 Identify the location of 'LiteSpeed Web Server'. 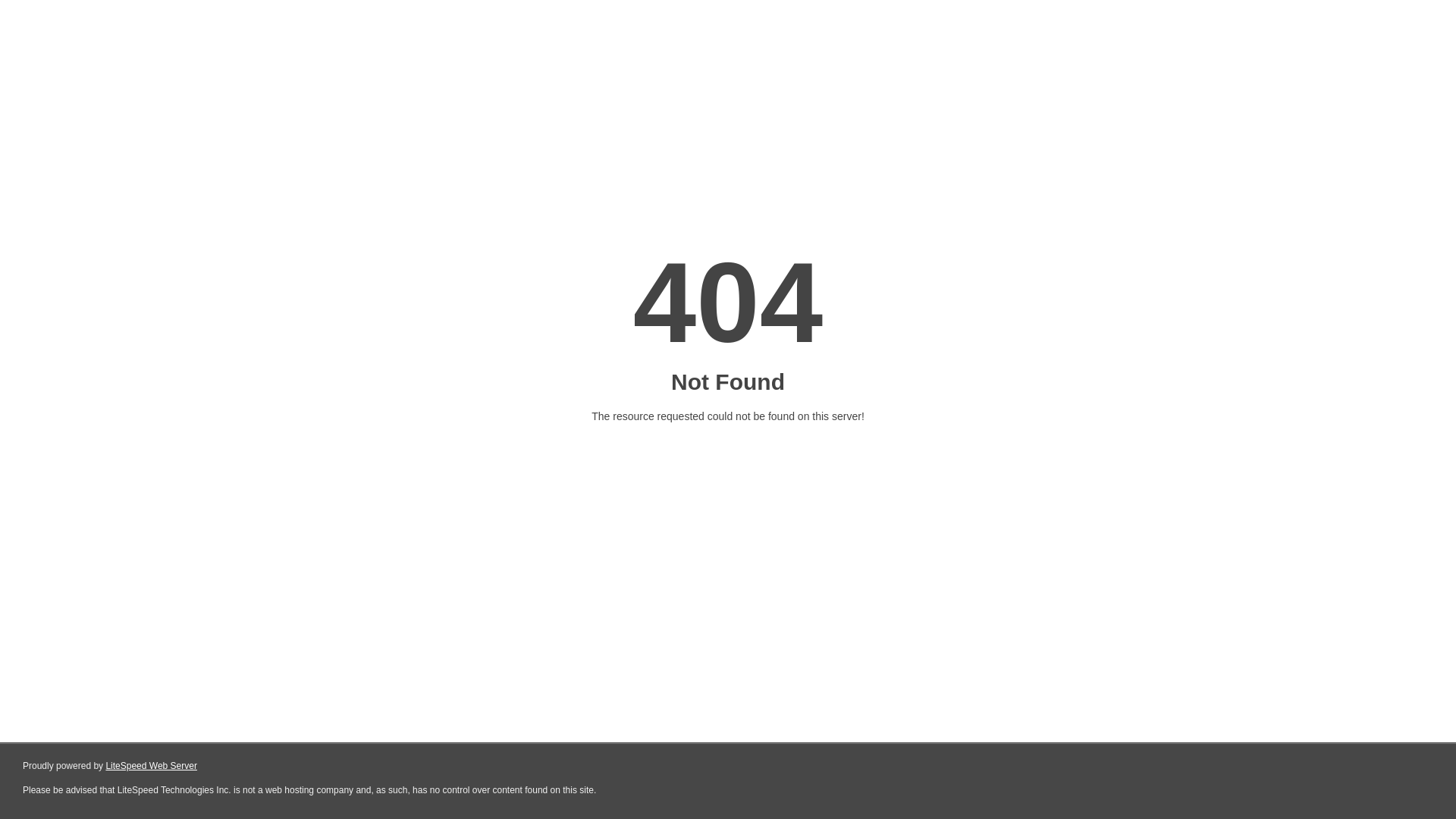
(151, 766).